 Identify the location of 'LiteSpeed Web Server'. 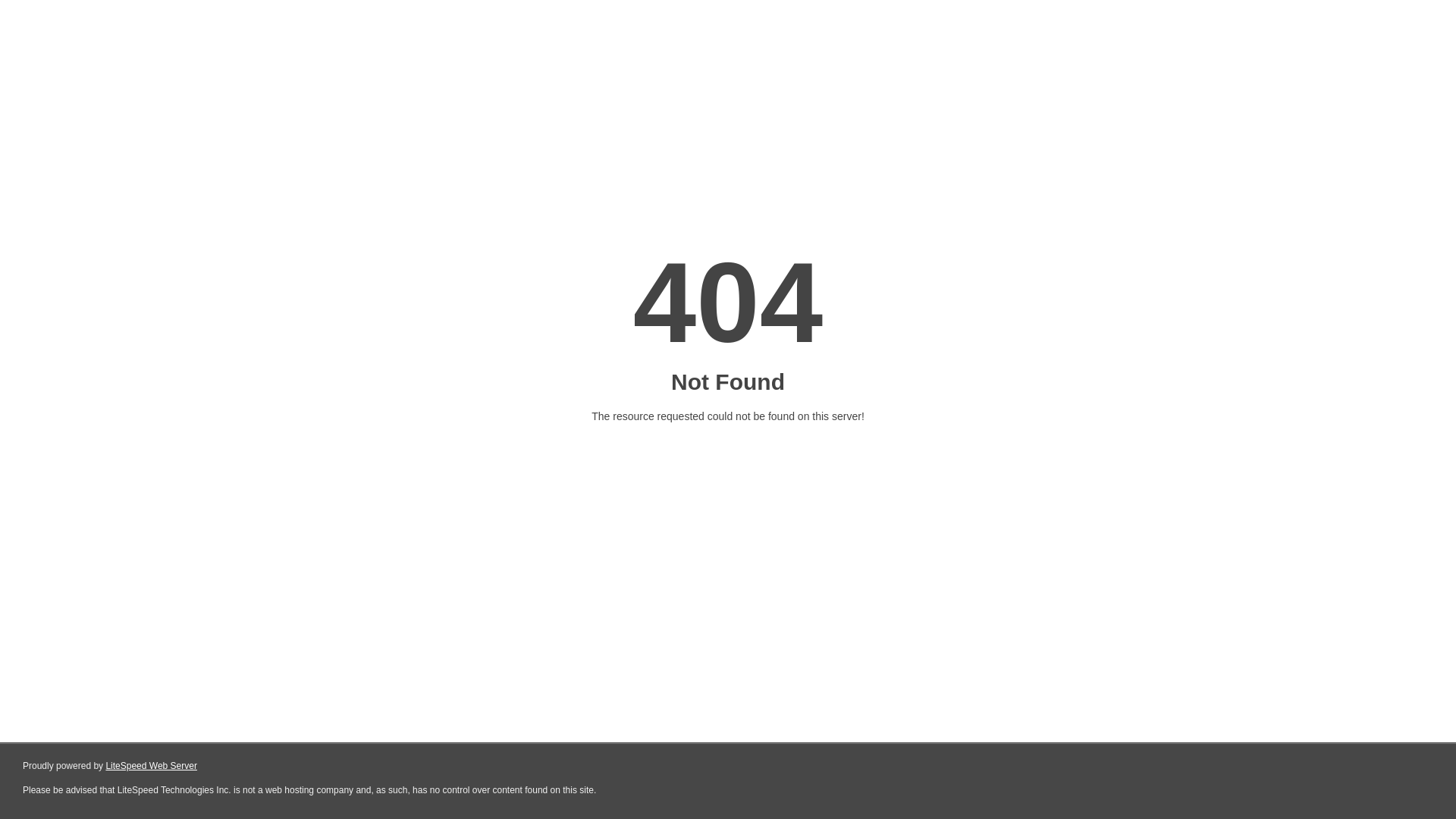
(151, 766).